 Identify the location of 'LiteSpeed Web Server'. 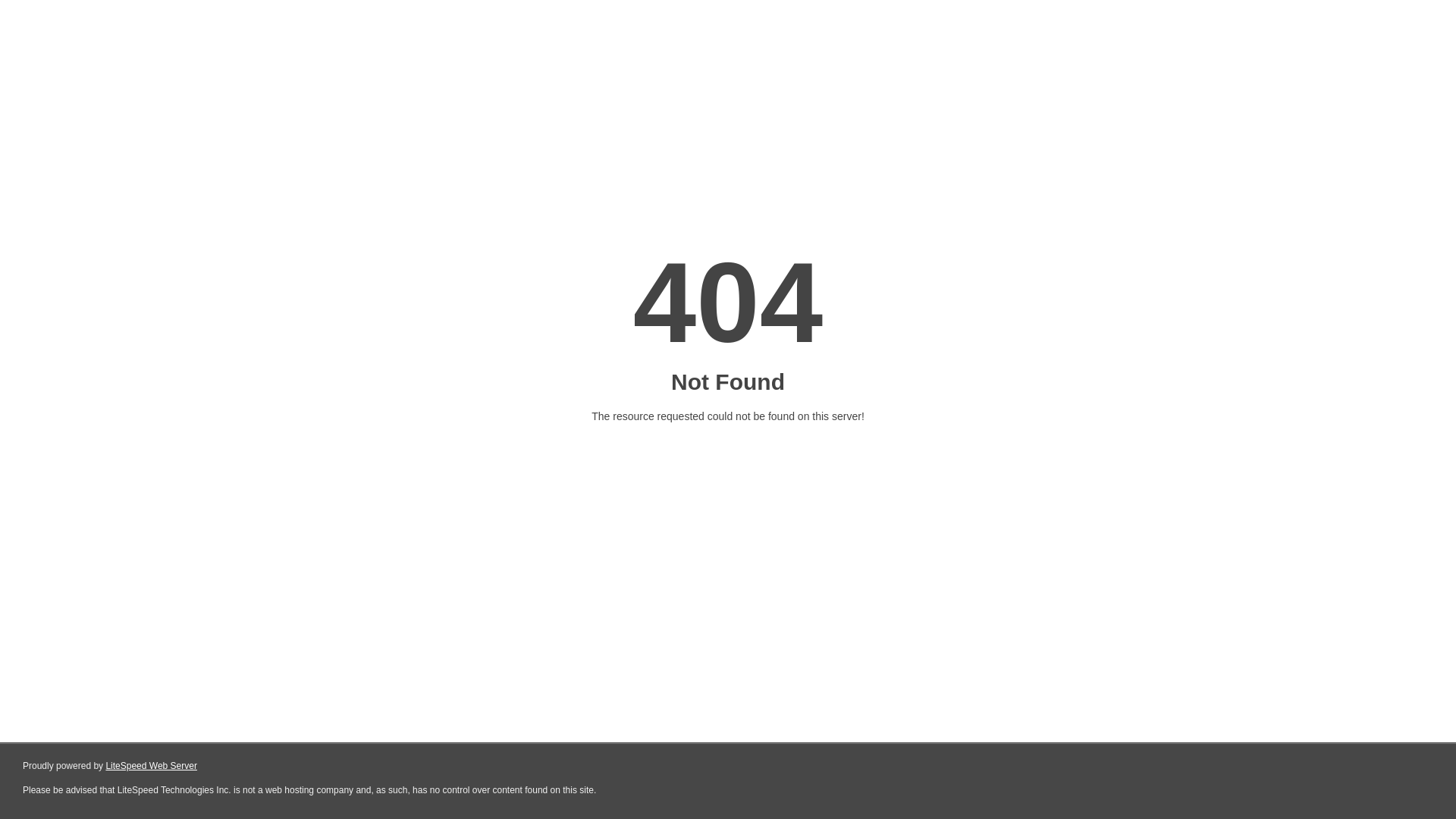
(151, 766).